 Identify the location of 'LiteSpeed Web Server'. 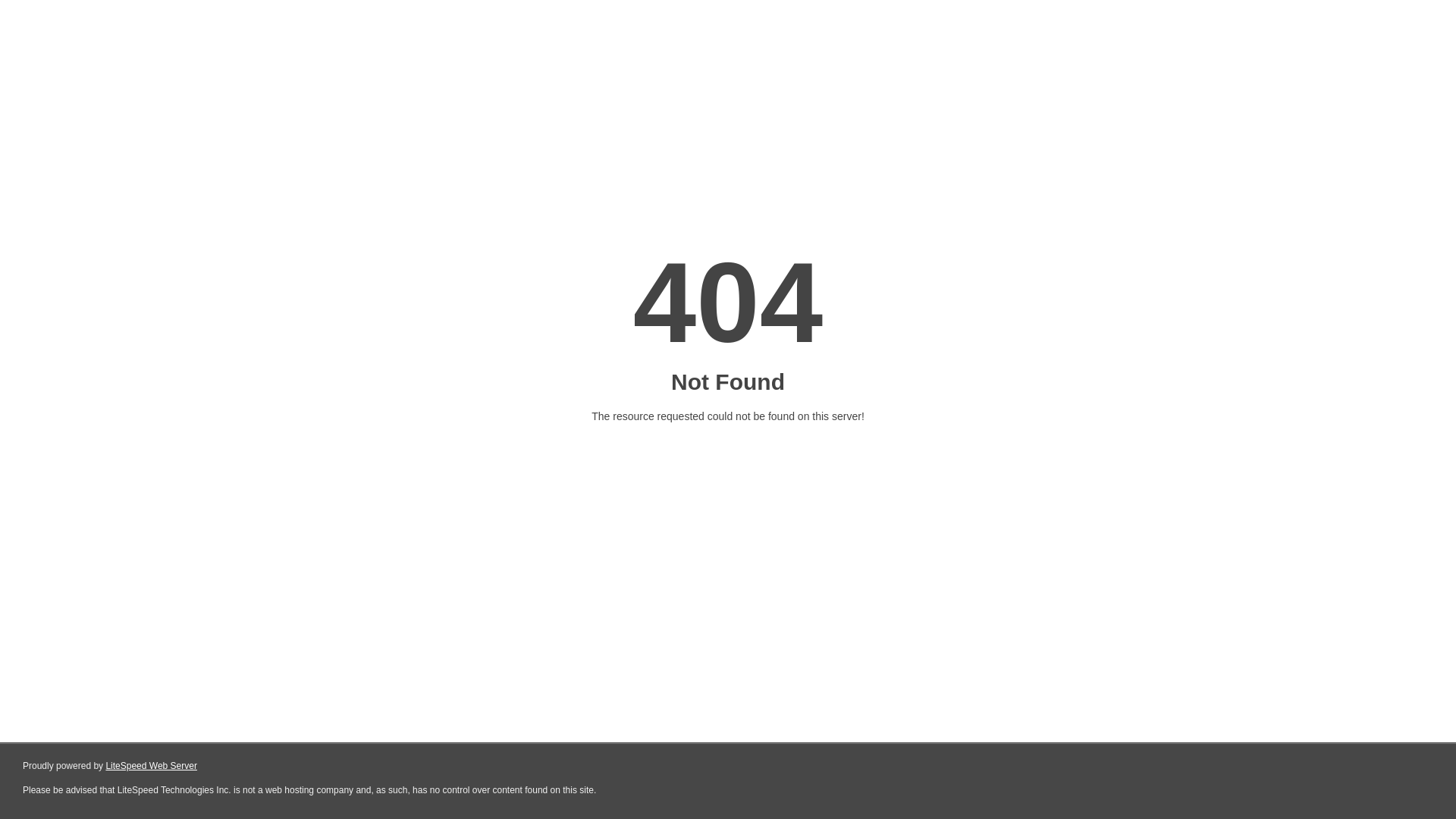
(151, 766).